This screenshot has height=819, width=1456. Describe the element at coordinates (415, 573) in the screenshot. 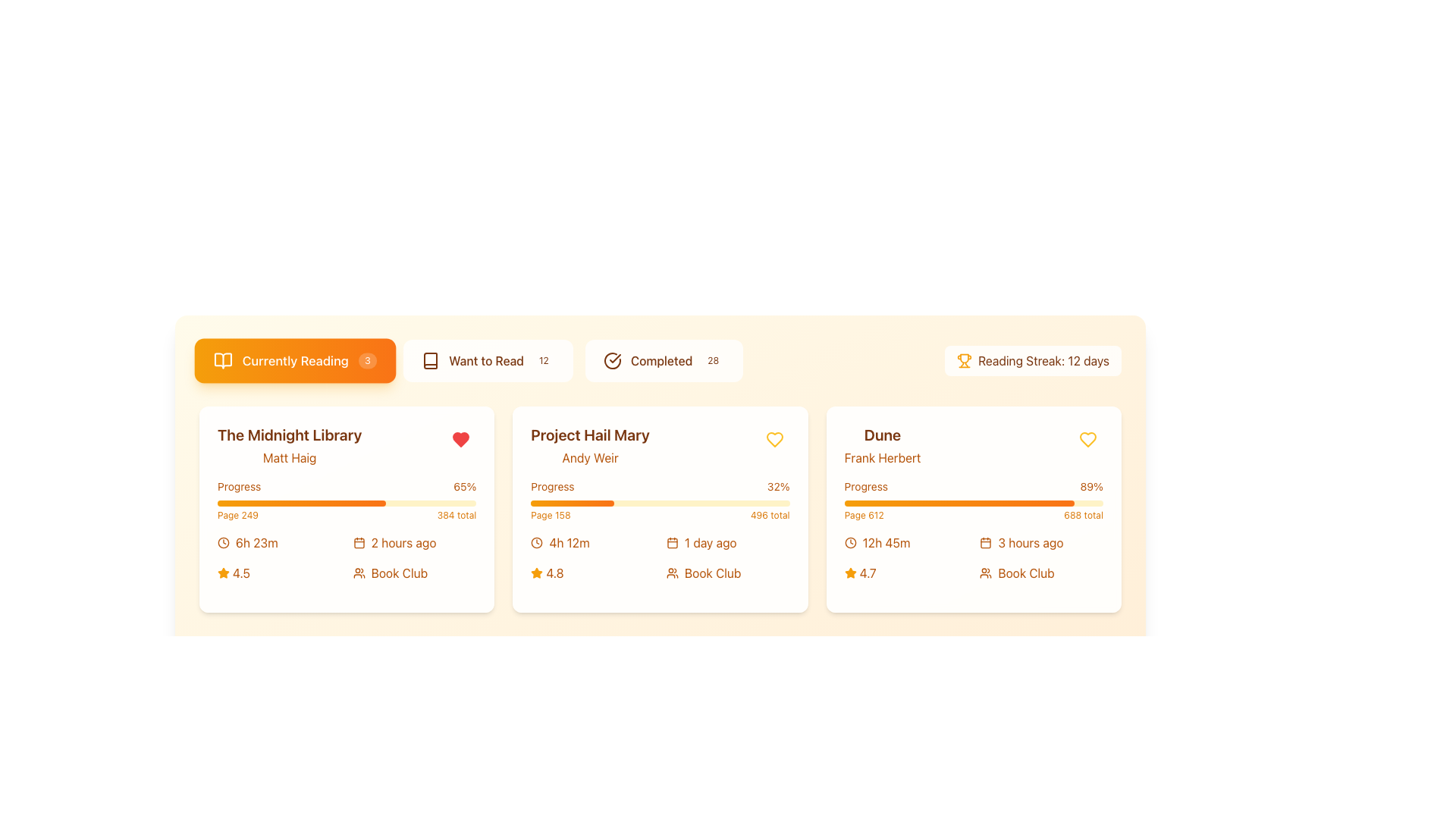

I see `the 'Book Club' label with the user icon located at the bottom of the 'The Midnight Library' card in the 'Currently Reading' section` at that location.